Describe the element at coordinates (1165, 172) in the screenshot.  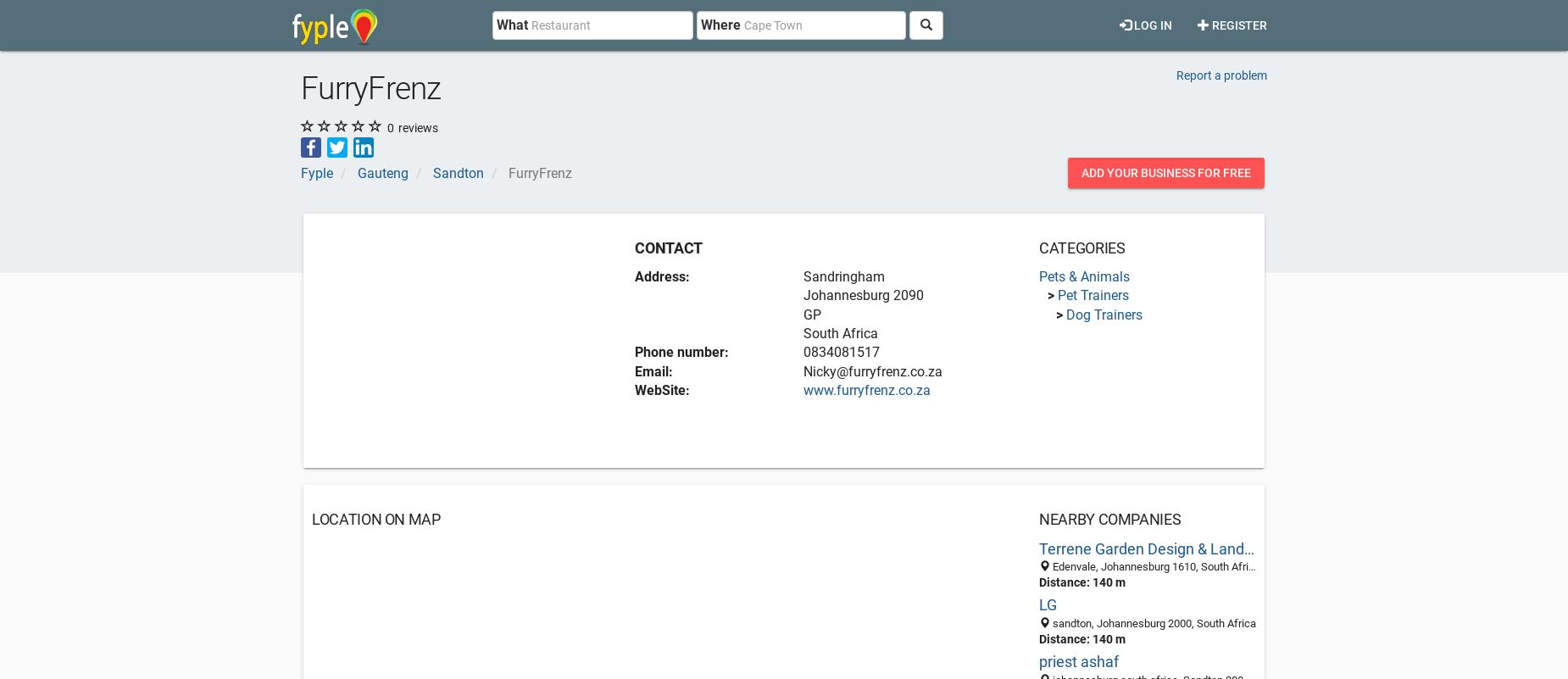
I see `'Add your business for free'` at that location.